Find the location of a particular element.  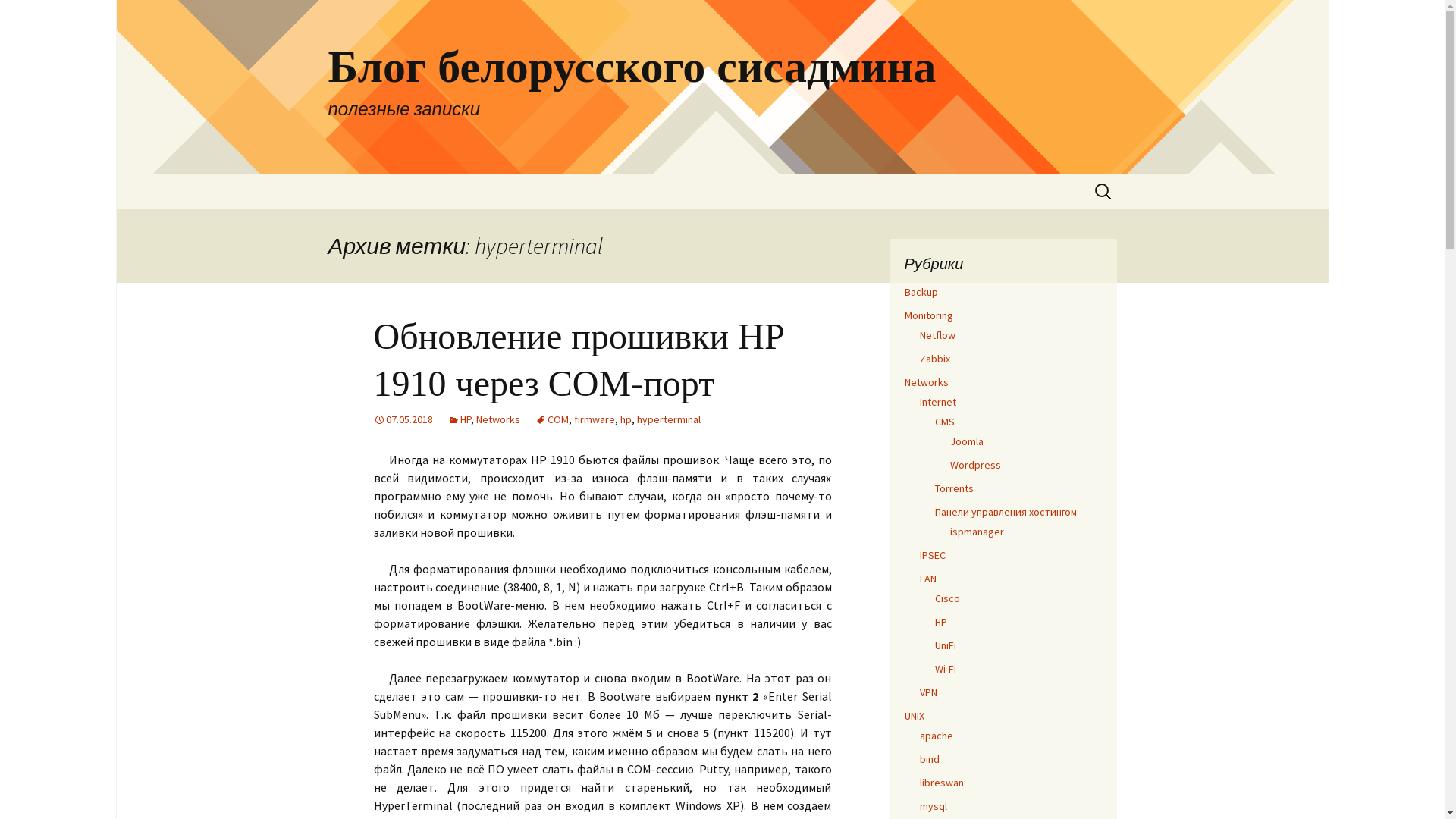

'UniFi' is located at coordinates (944, 645).